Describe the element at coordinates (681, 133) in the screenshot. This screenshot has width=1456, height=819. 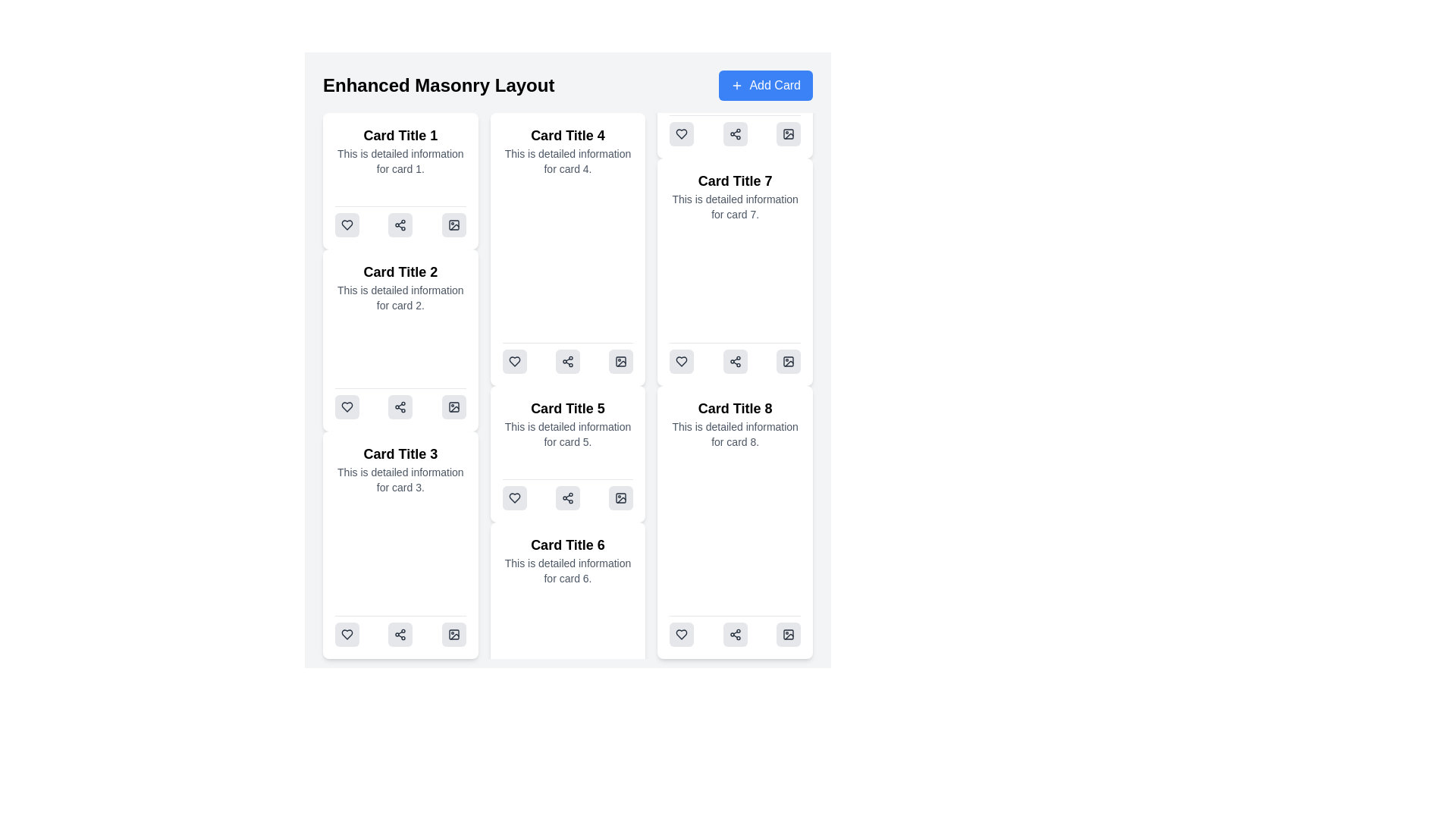
I see `the heart-shaped icon button located in the lower section of 'Card Title 7', which is the leftmost icon in a horizontal sequence of three` at that location.